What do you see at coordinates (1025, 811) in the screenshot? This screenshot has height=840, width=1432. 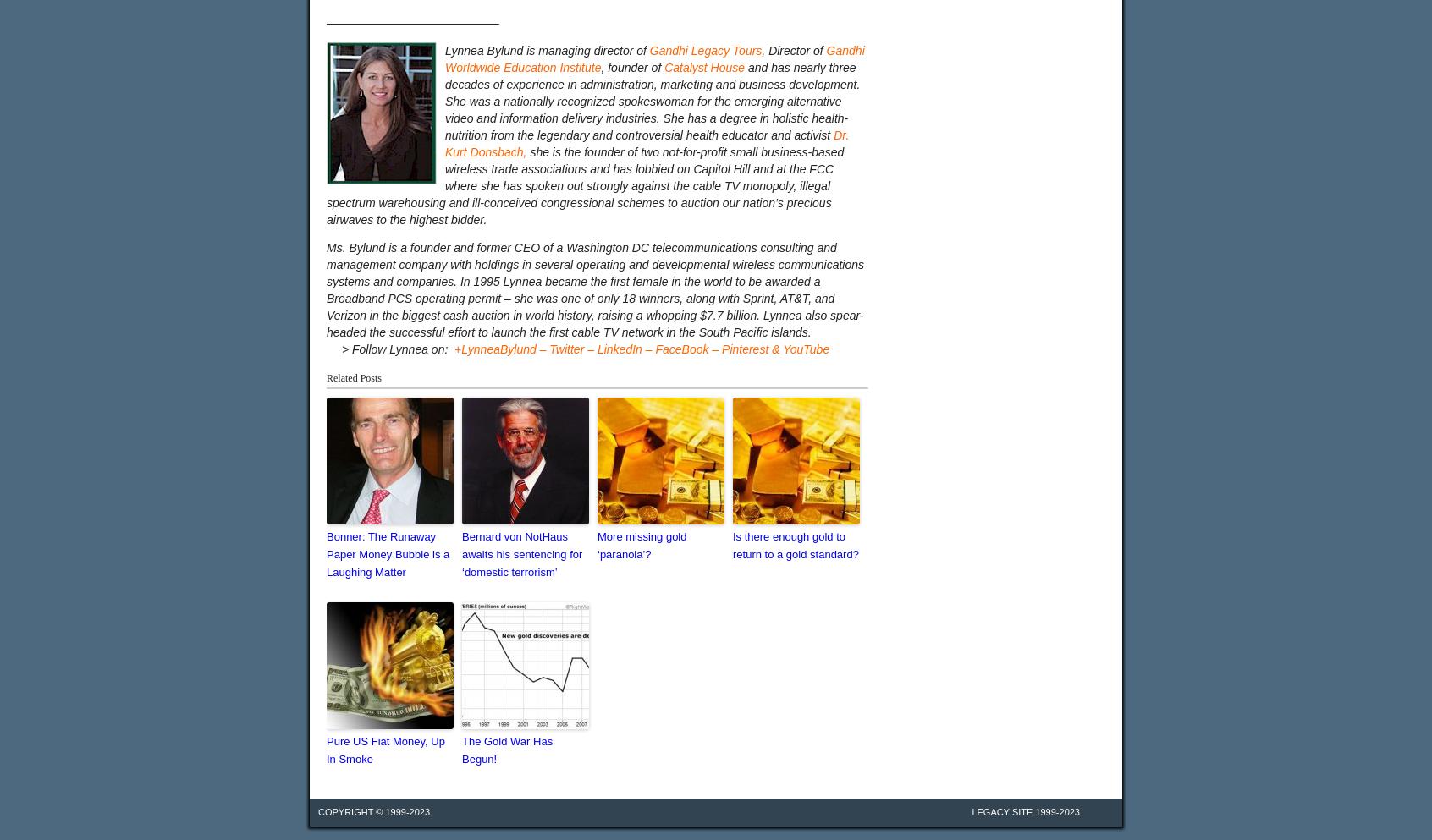 I see `'legacy site 1999-2023'` at bounding box center [1025, 811].